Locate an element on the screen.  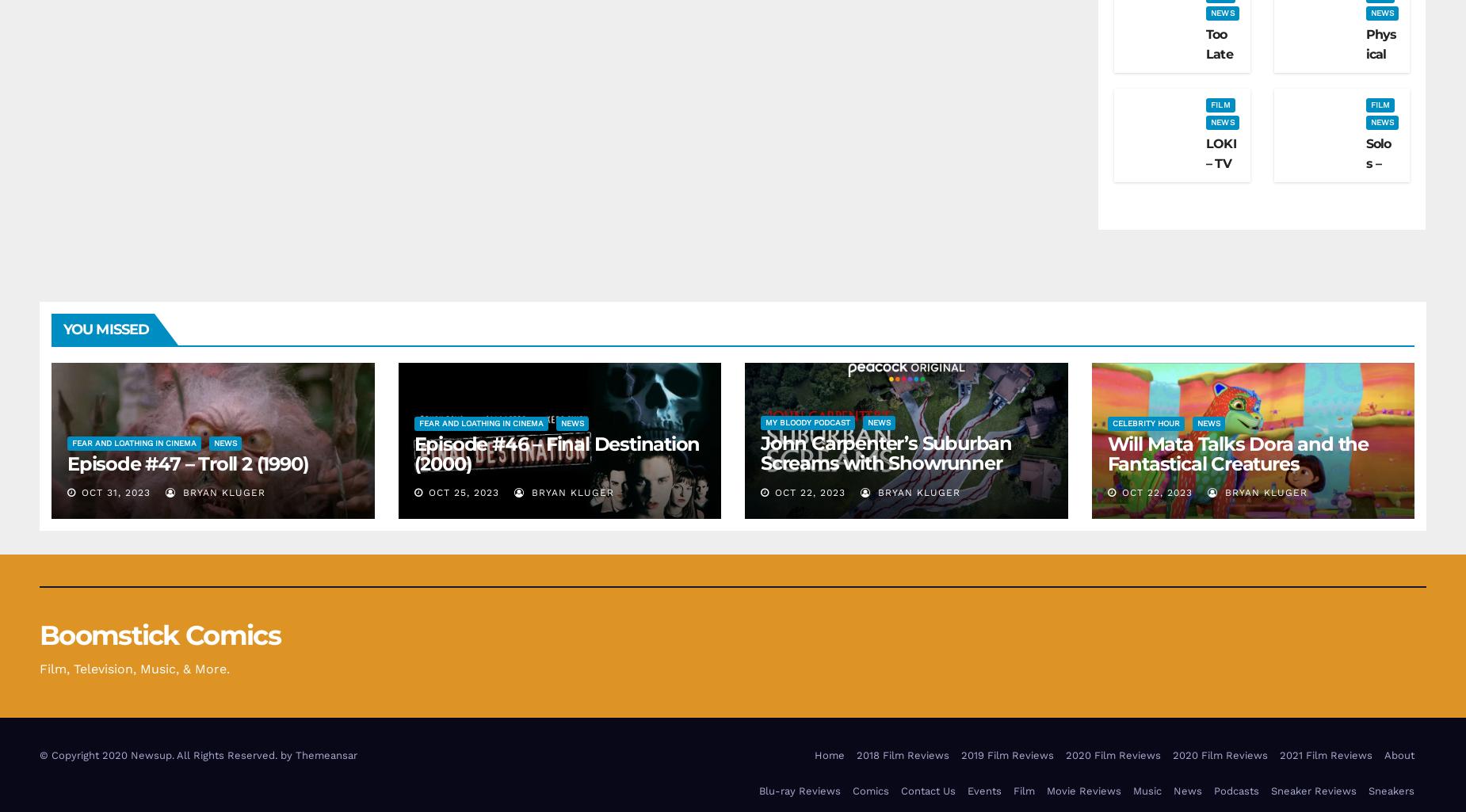
'My Bloody Podcast' is located at coordinates (807, 421).